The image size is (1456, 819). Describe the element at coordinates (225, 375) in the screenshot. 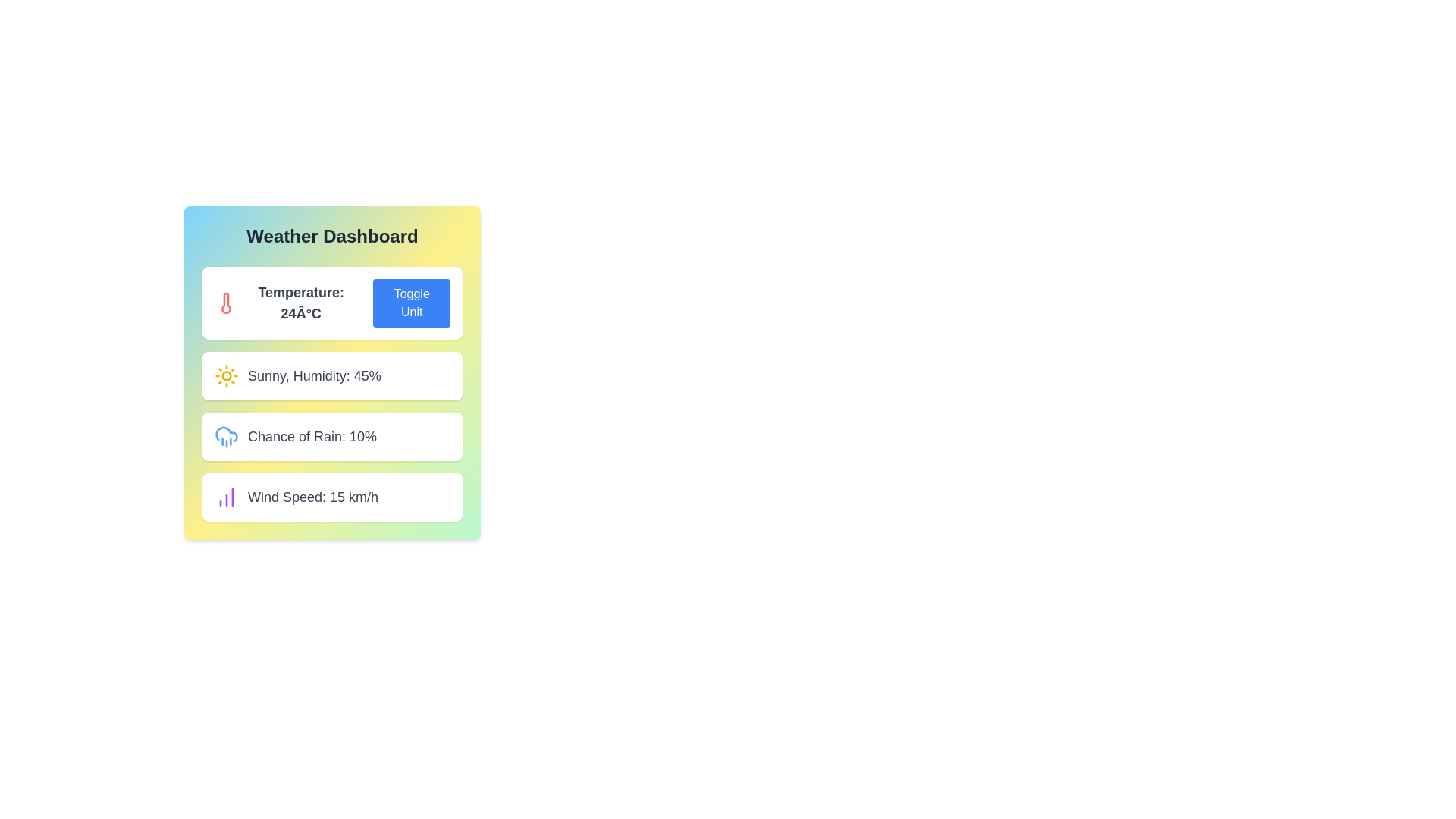

I see `the small circular sun-shaped element filled with yellow color located in the weather reporting interface, adjacent to the text 'Sunny, Humidity: 45%'` at that location.